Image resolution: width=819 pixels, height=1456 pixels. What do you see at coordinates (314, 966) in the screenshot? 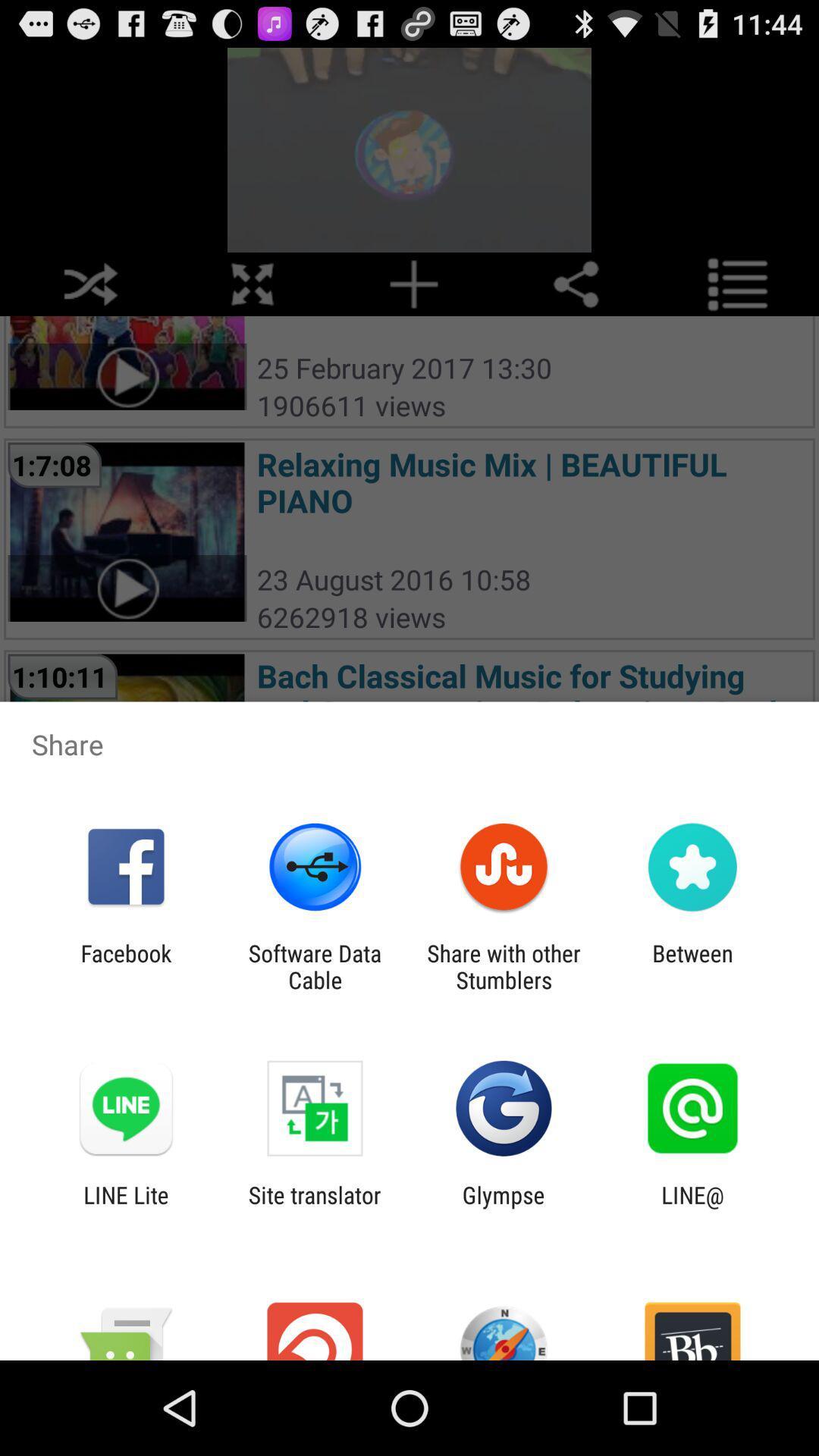
I see `icon next to share with other icon` at bounding box center [314, 966].